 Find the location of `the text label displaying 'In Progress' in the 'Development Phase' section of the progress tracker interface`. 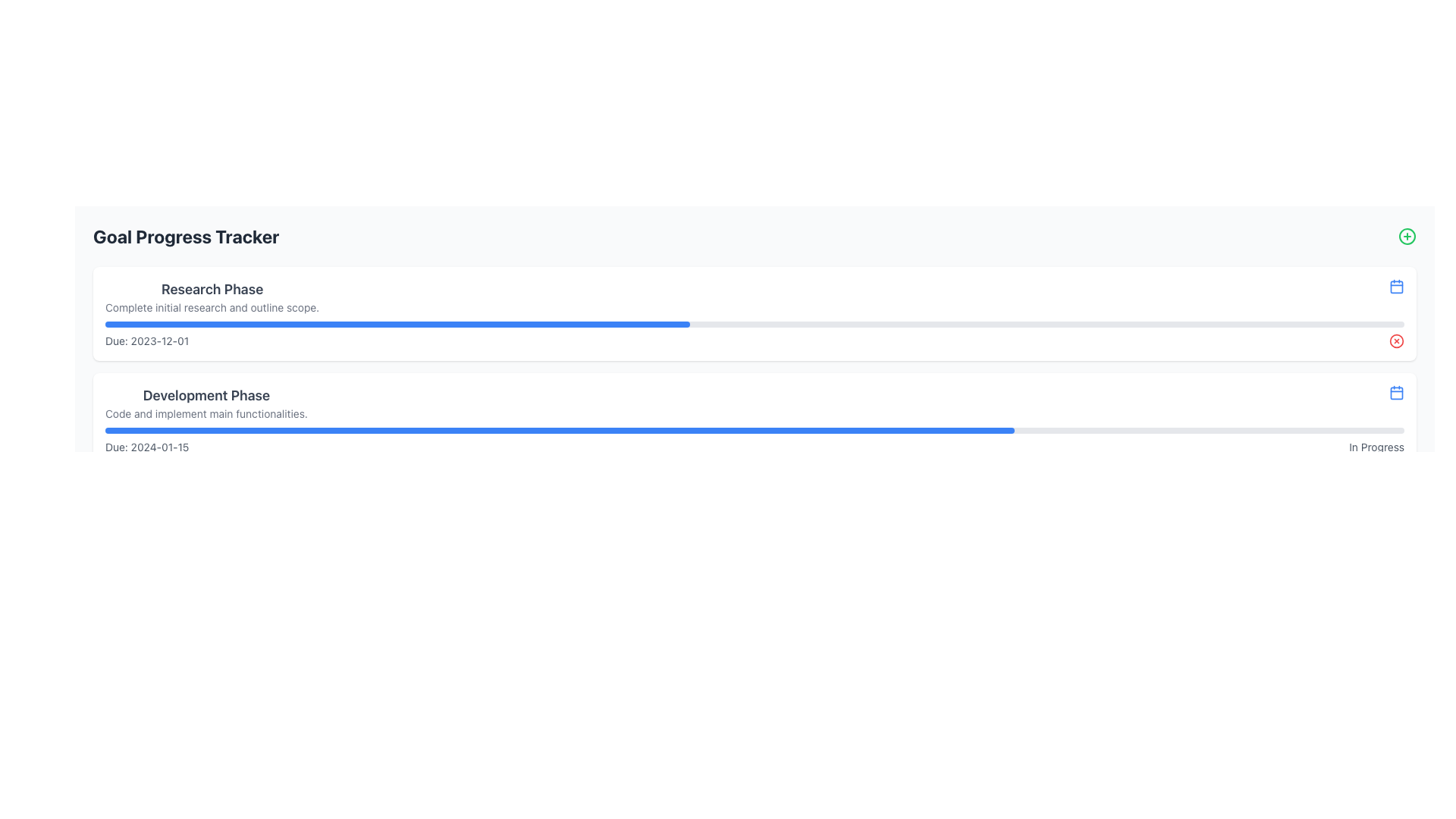

the text label displaying 'In Progress' in the 'Development Phase' section of the progress tracker interface is located at coordinates (1376, 447).